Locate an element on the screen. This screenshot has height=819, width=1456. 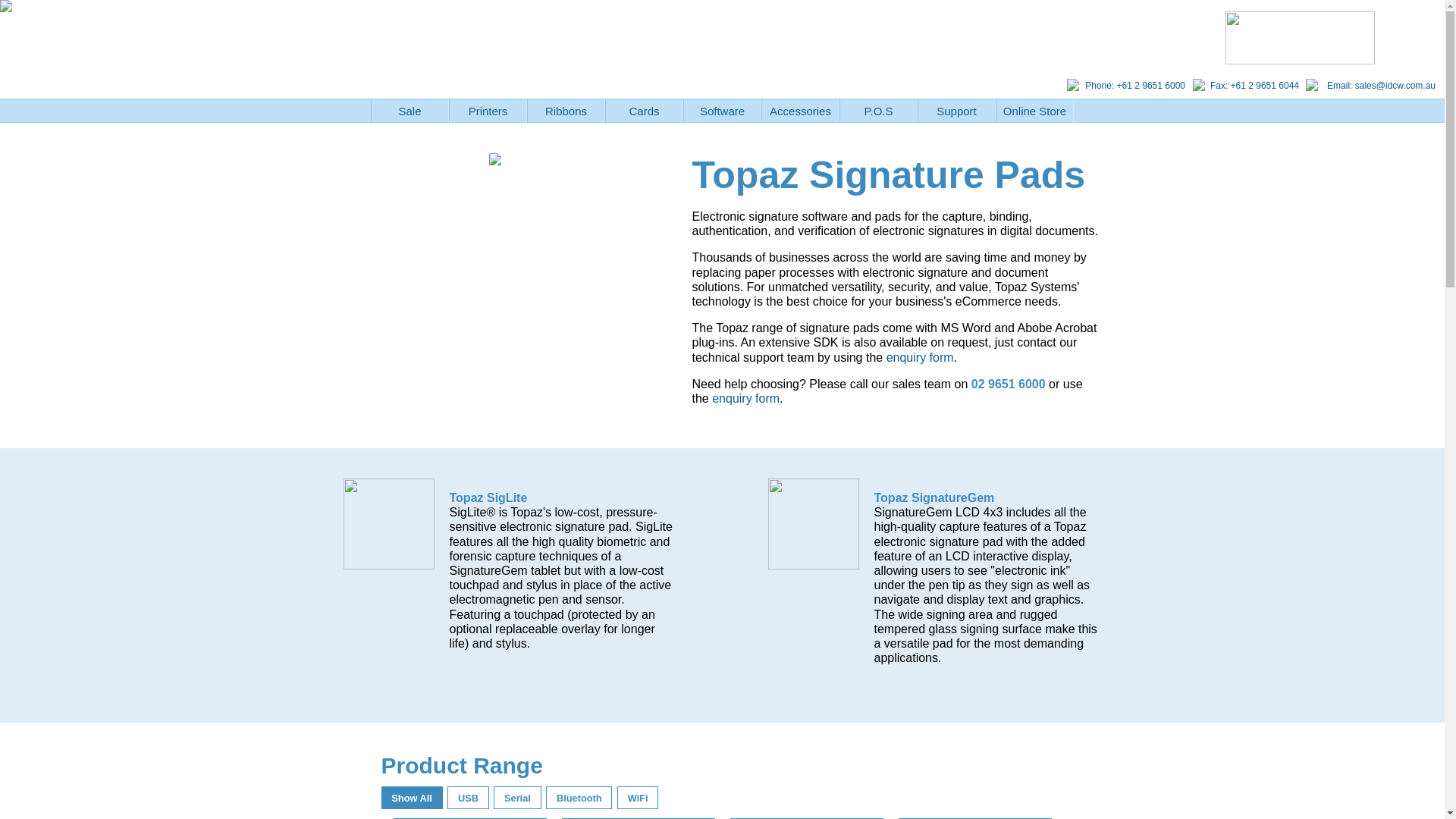
'Accessories' is located at coordinates (761, 110).